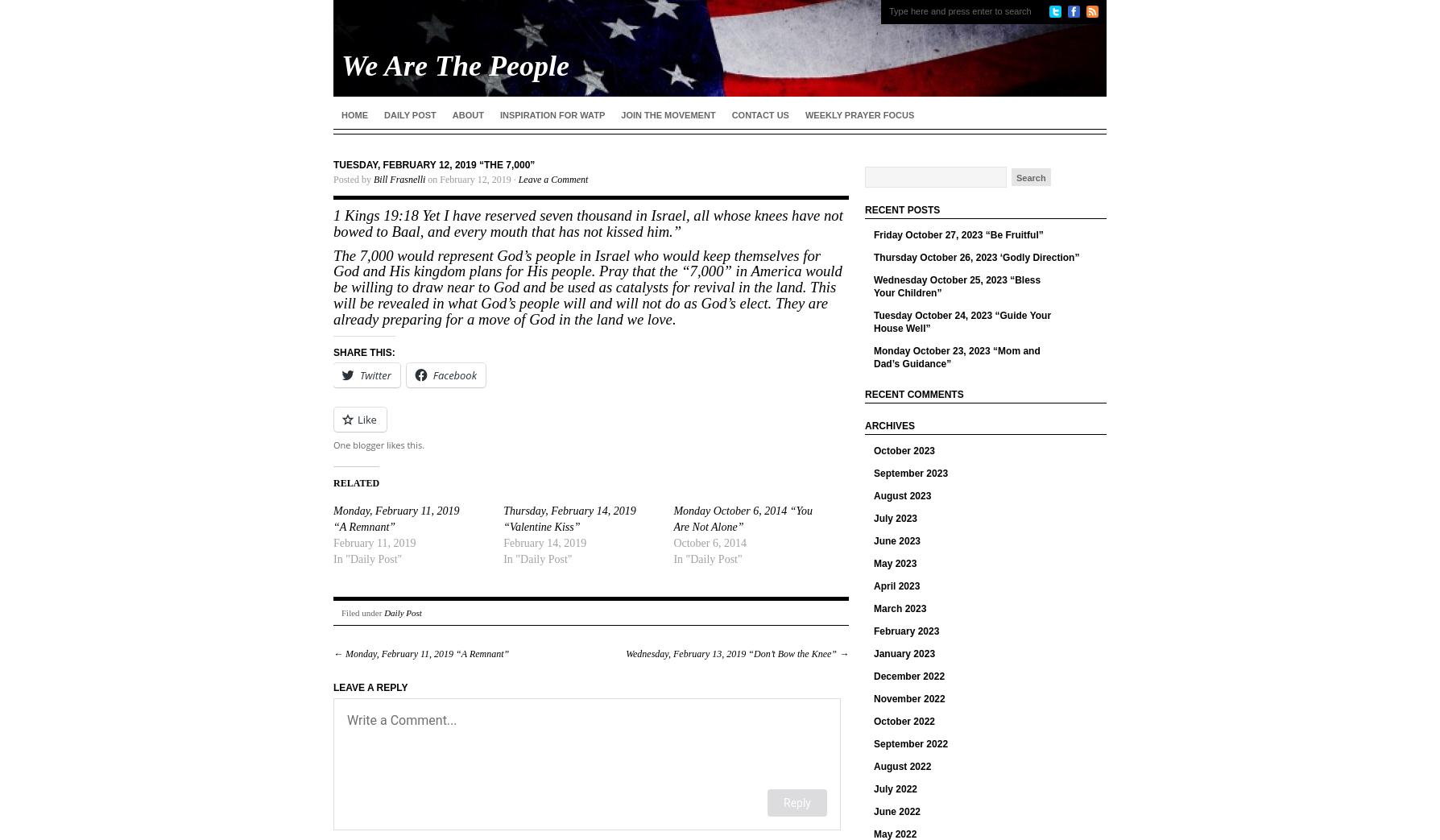 Image resolution: width=1440 pixels, height=840 pixels. Describe the element at coordinates (961, 321) in the screenshot. I see `'Tuesday October 24, 2023 “Guide Your House Well”'` at that location.